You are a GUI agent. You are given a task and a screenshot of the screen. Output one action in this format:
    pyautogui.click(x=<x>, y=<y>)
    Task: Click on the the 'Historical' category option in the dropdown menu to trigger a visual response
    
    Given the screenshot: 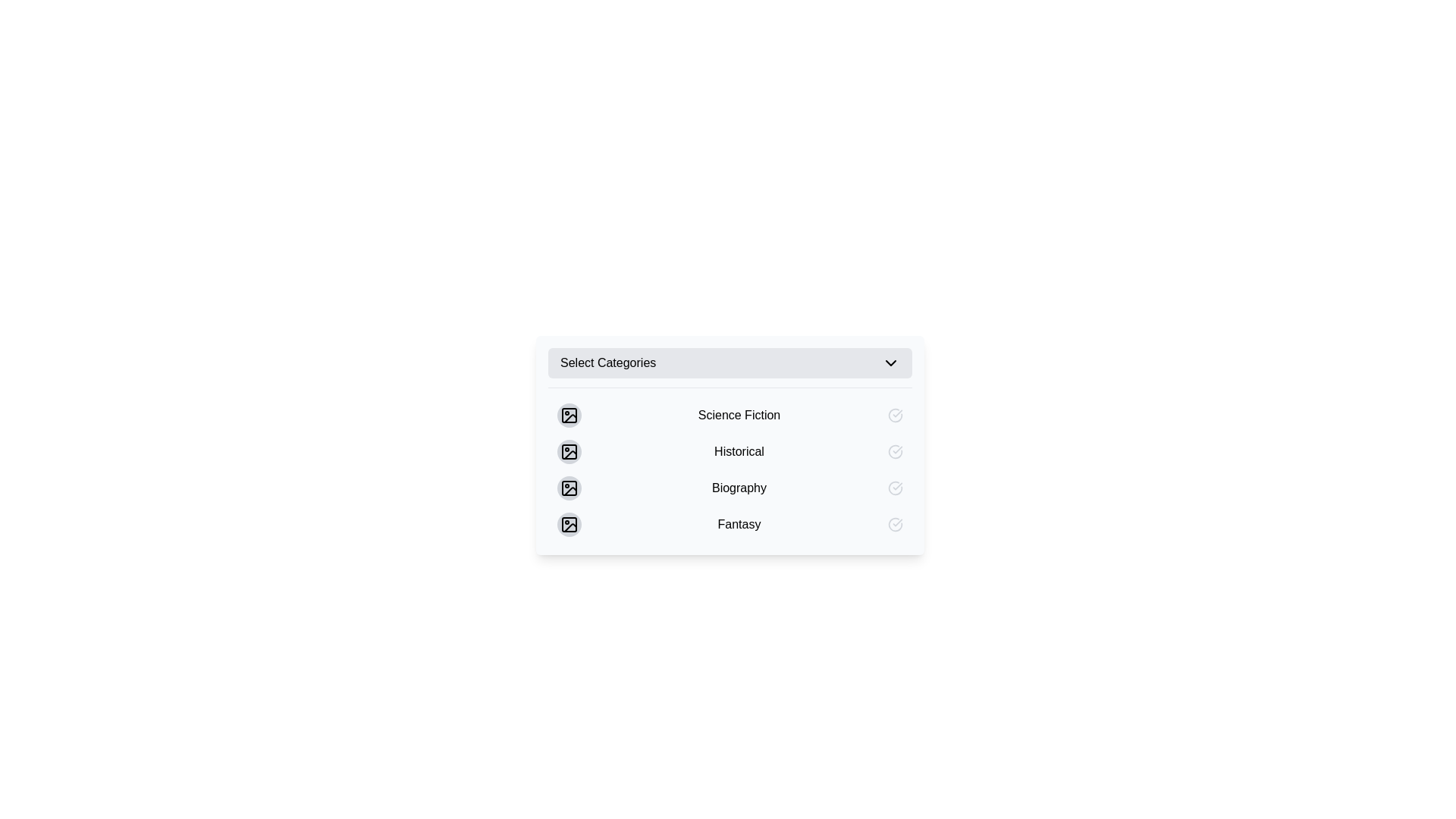 What is the action you would take?
    pyautogui.click(x=730, y=444)
    